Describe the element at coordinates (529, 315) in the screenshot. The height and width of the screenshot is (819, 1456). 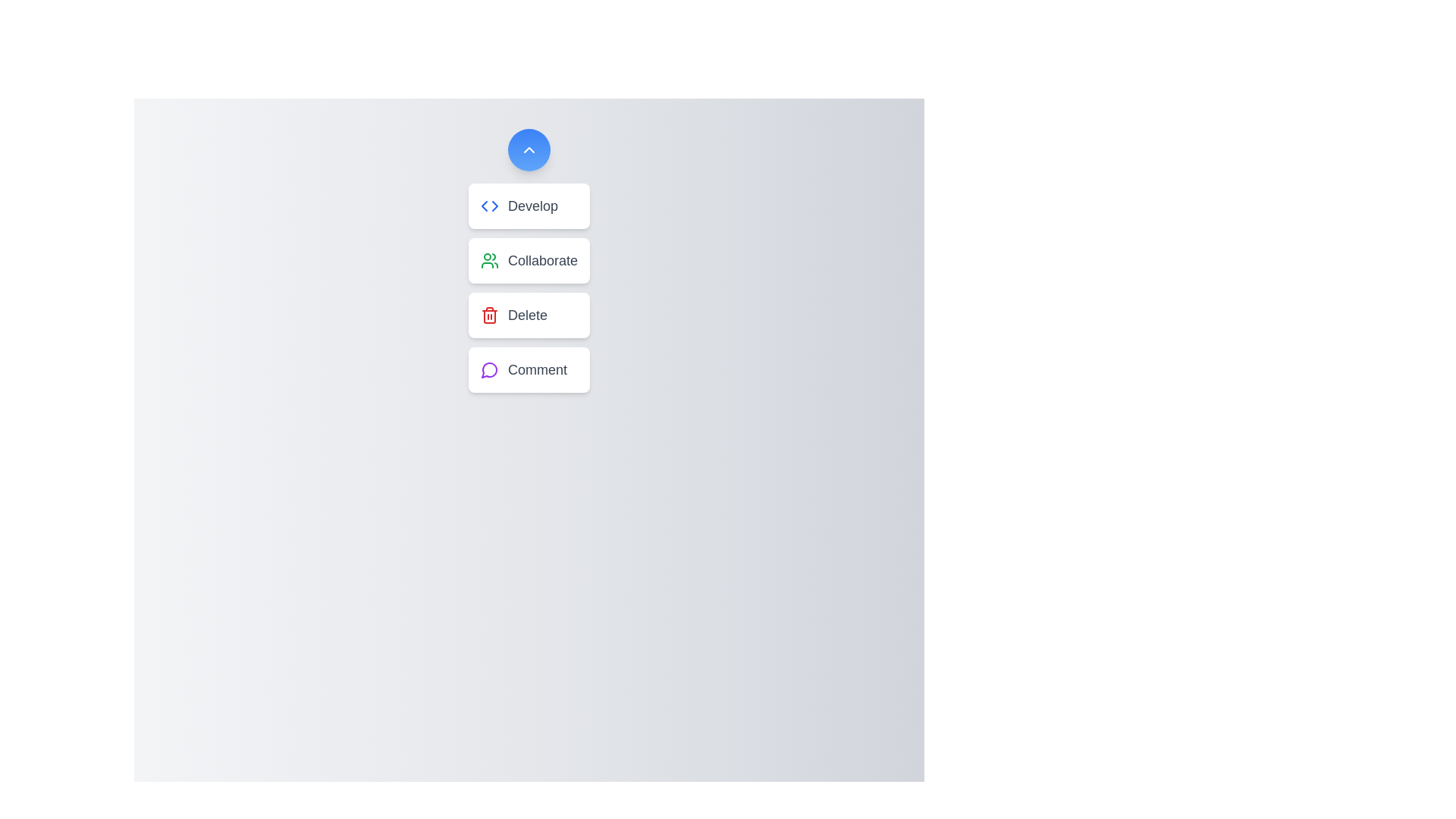
I see `the button labeled Delete` at that location.